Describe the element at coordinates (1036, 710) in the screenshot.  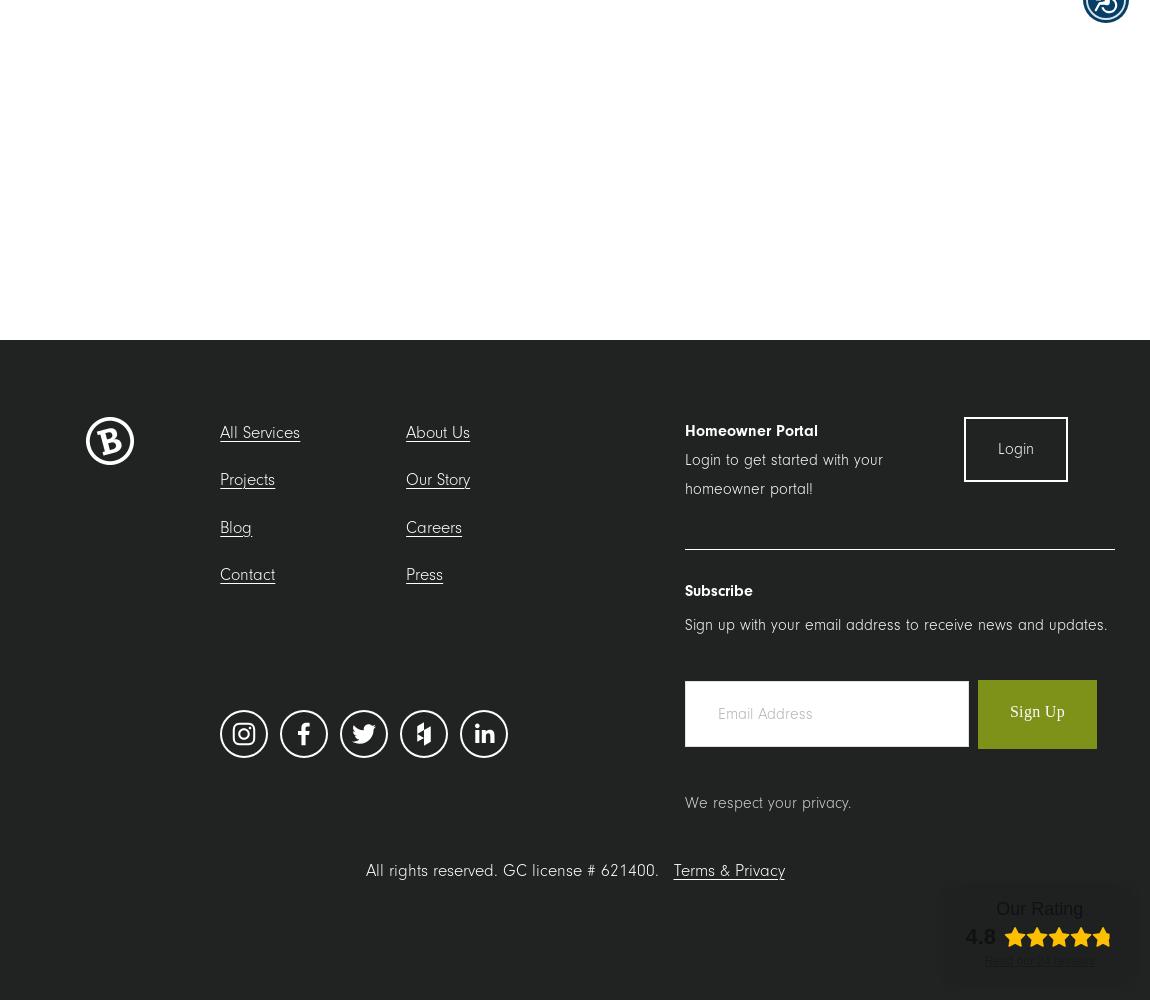
I see `'Sign Up'` at that location.